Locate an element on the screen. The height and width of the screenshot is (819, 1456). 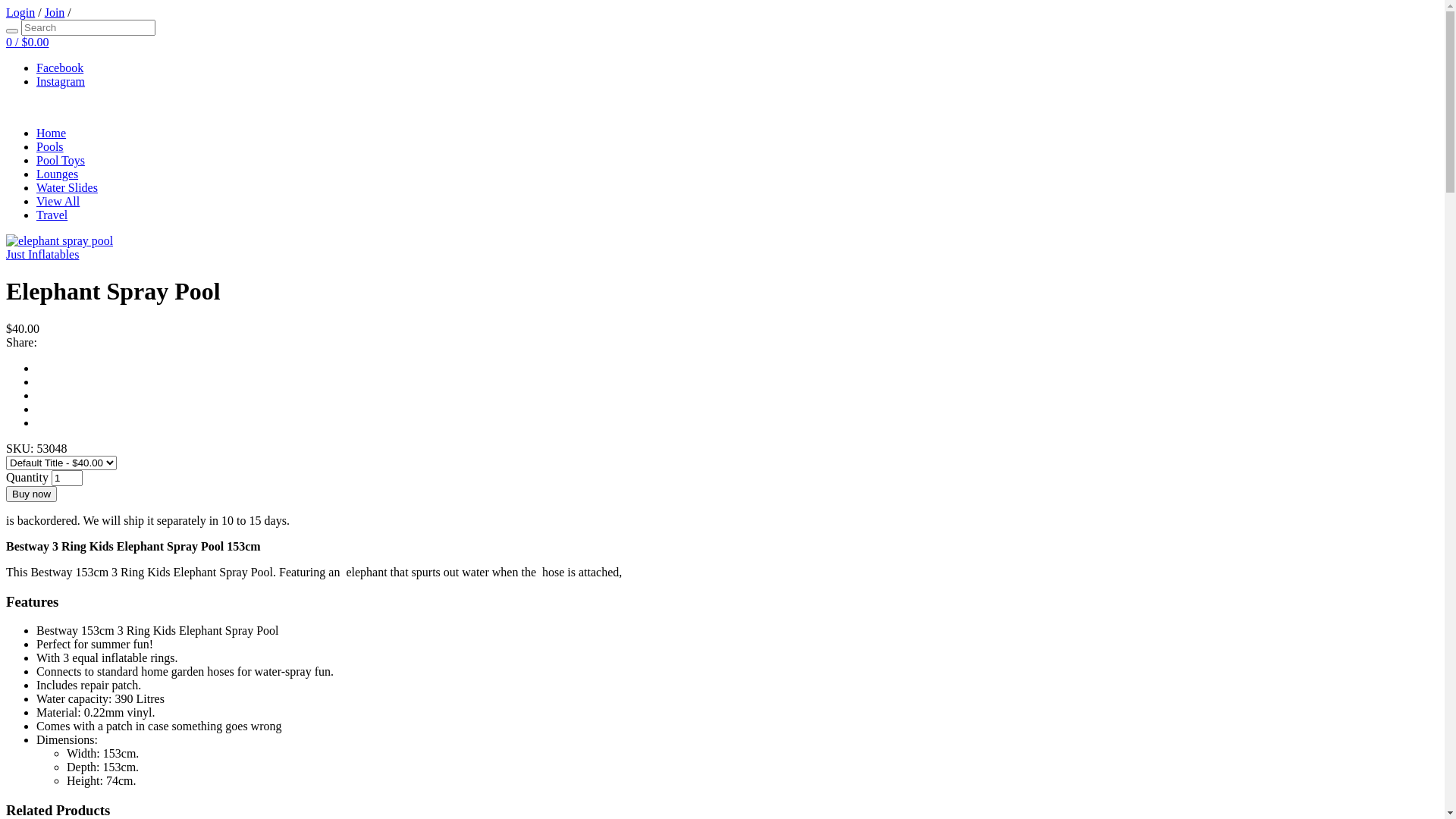
'Lounges' is located at coordinates (57, 173).